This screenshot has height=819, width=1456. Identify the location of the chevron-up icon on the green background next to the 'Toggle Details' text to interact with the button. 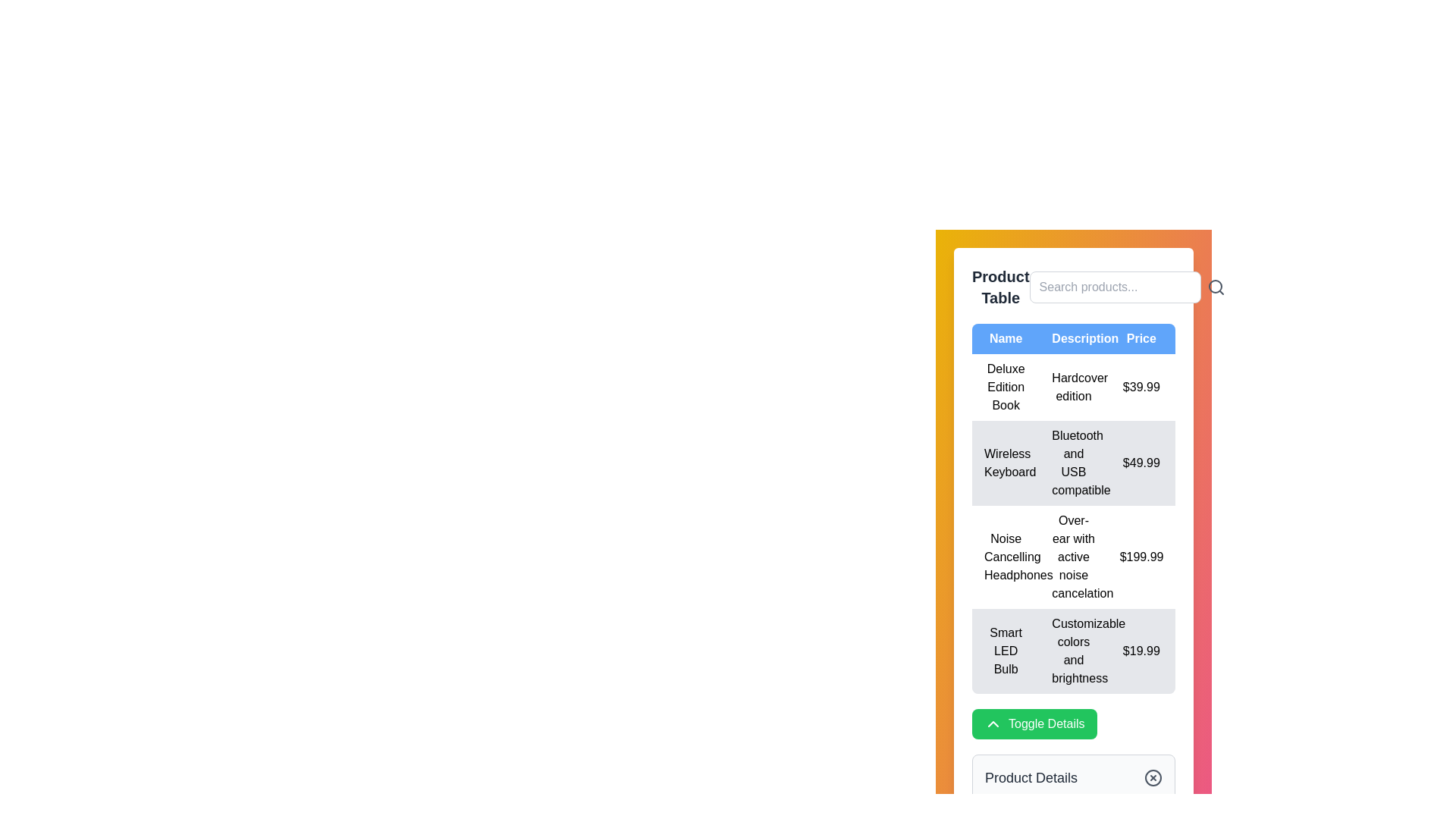
(993, 723).